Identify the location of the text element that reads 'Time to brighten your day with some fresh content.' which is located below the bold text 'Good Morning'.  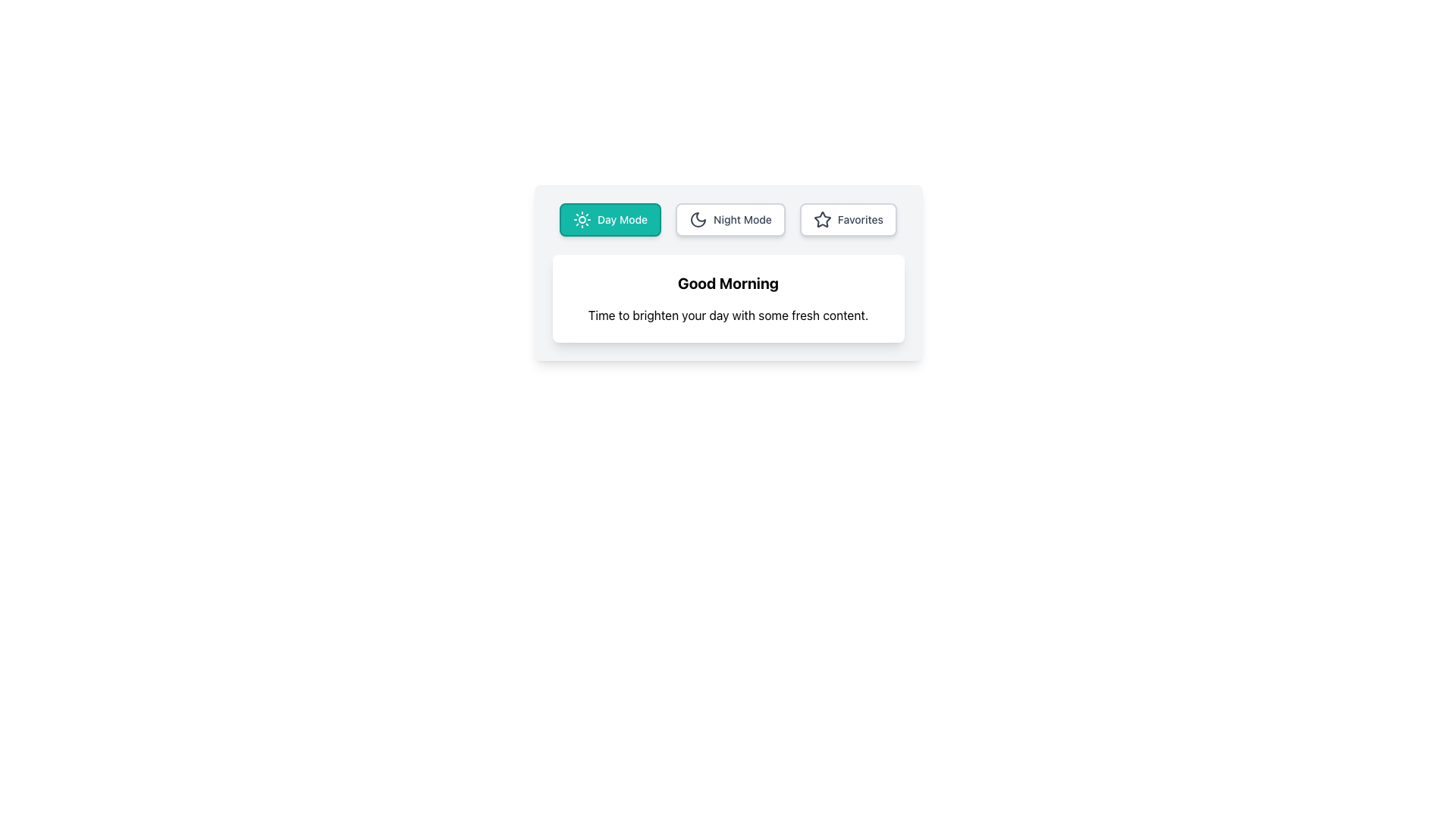
(728, 315).